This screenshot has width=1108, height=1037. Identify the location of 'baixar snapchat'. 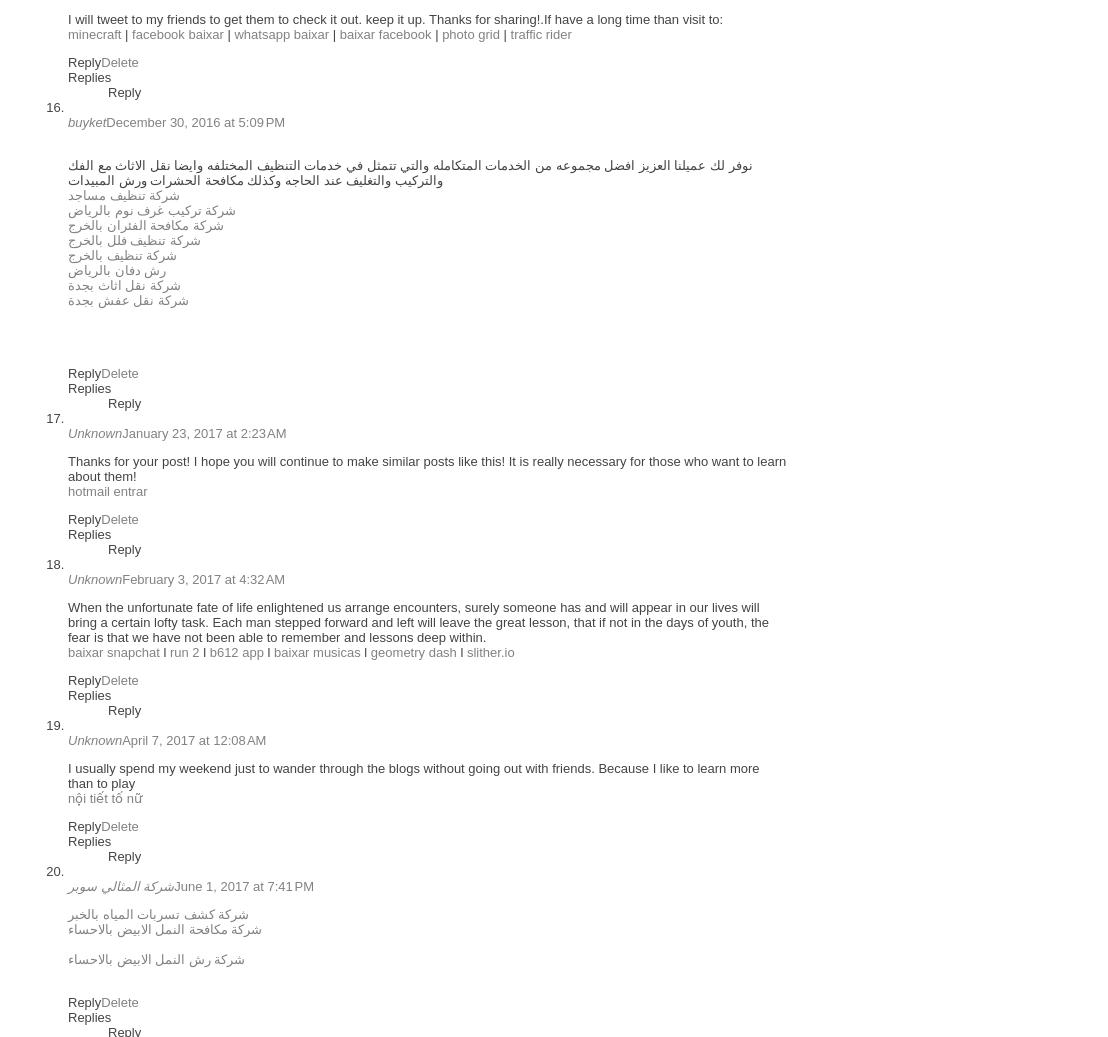
(113, 652).